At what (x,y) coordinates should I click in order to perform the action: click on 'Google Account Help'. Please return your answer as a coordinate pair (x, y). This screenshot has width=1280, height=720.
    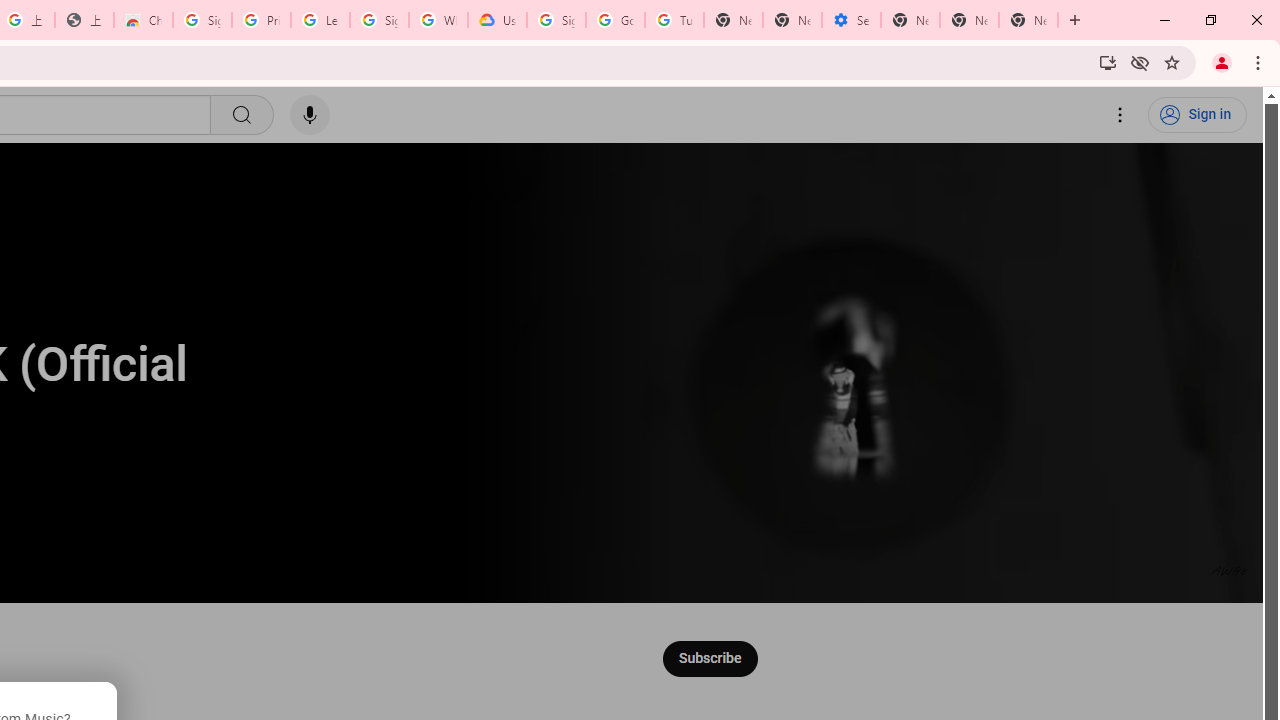
    Looking at the image, I should click on (614, 20).